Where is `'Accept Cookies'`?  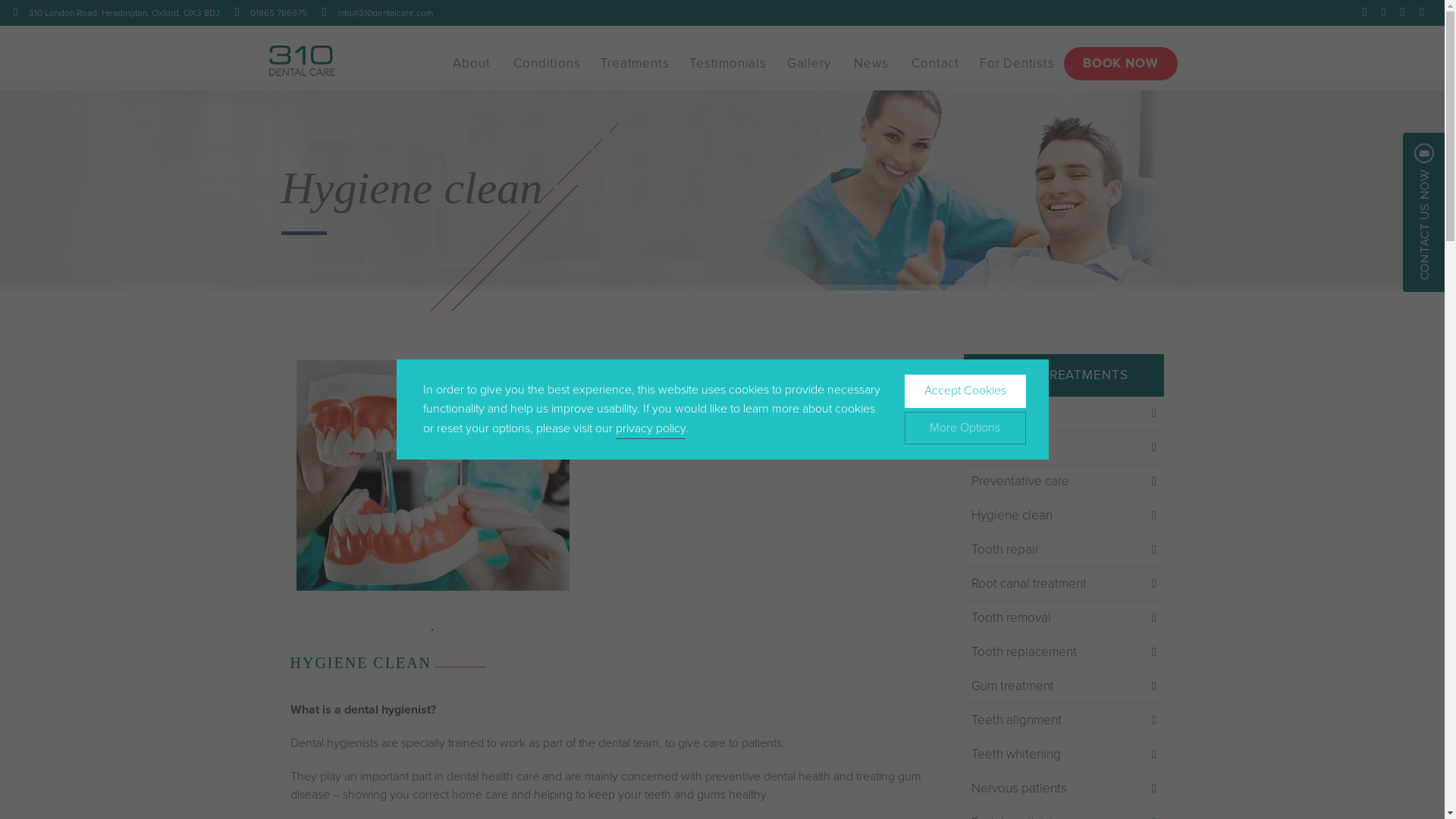 'Accept Cookies' is located at coordinates (964, 390).